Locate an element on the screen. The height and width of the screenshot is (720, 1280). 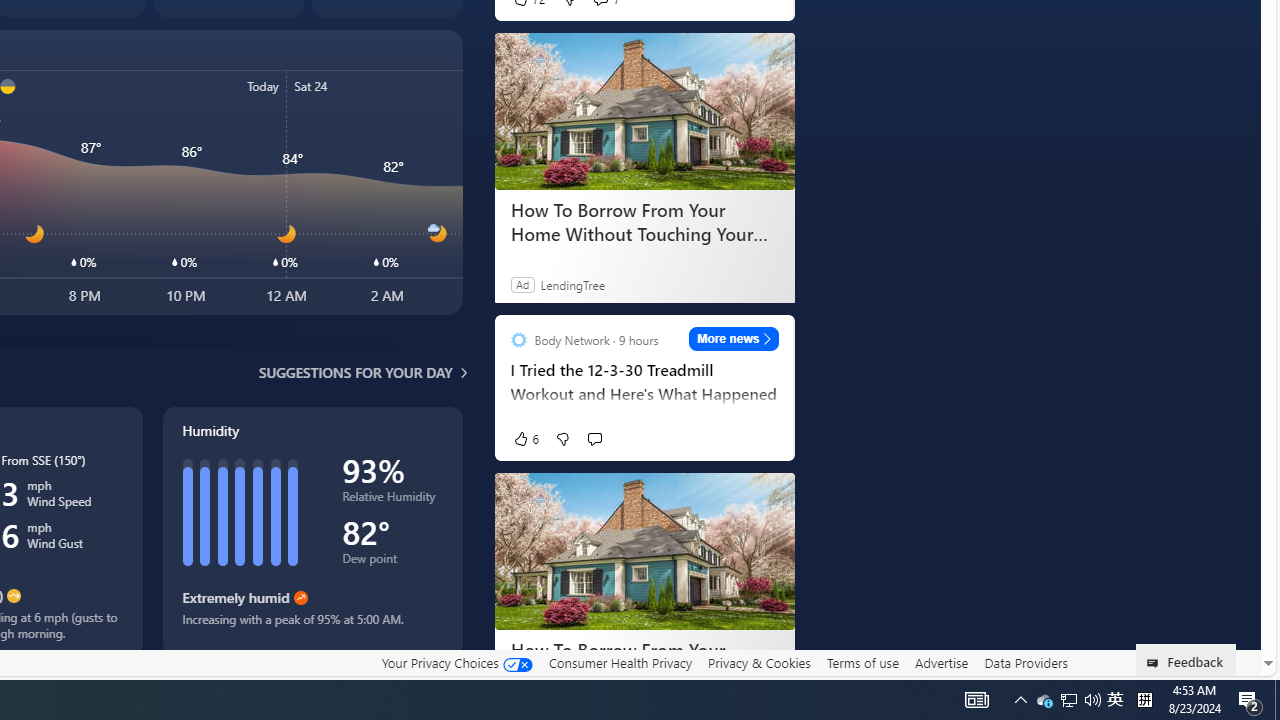
'Data Providers' is located at coordinates (1025, 663).